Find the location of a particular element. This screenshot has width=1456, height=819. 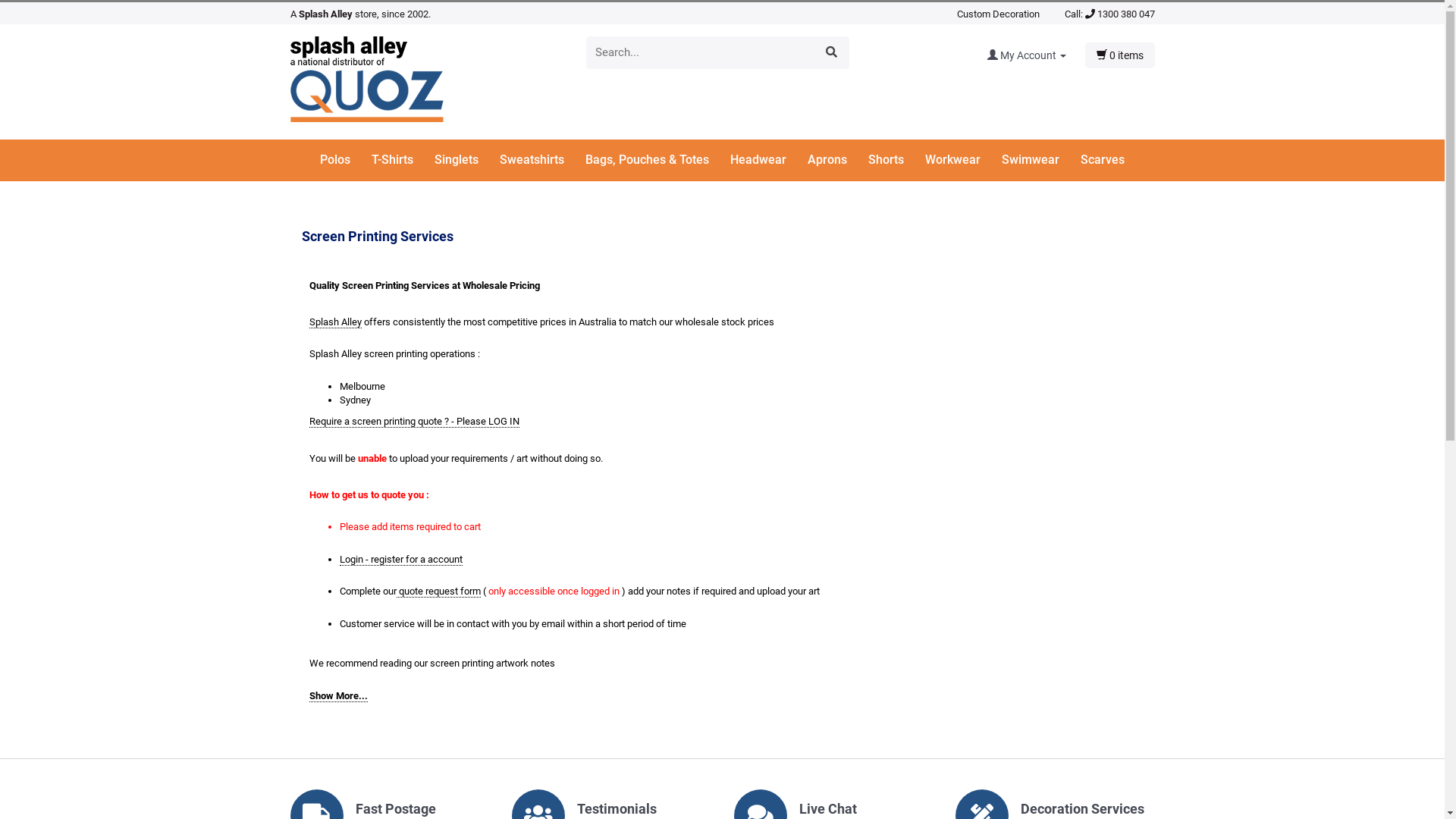

'Aprons' is located at coordinates (807, 160).